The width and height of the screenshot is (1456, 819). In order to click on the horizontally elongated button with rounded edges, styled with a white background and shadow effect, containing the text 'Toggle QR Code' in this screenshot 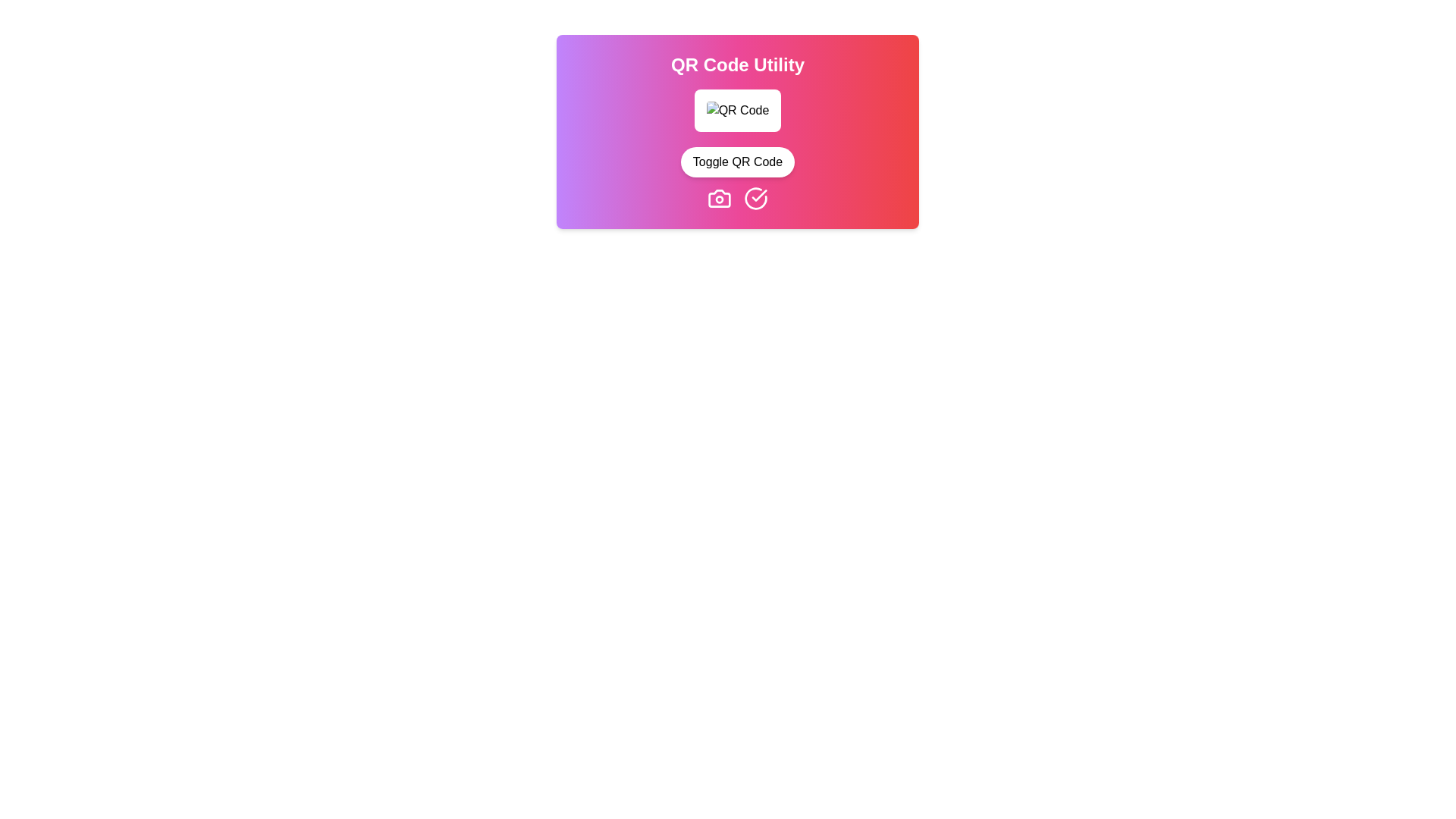, I will do `click(738, 162)`.